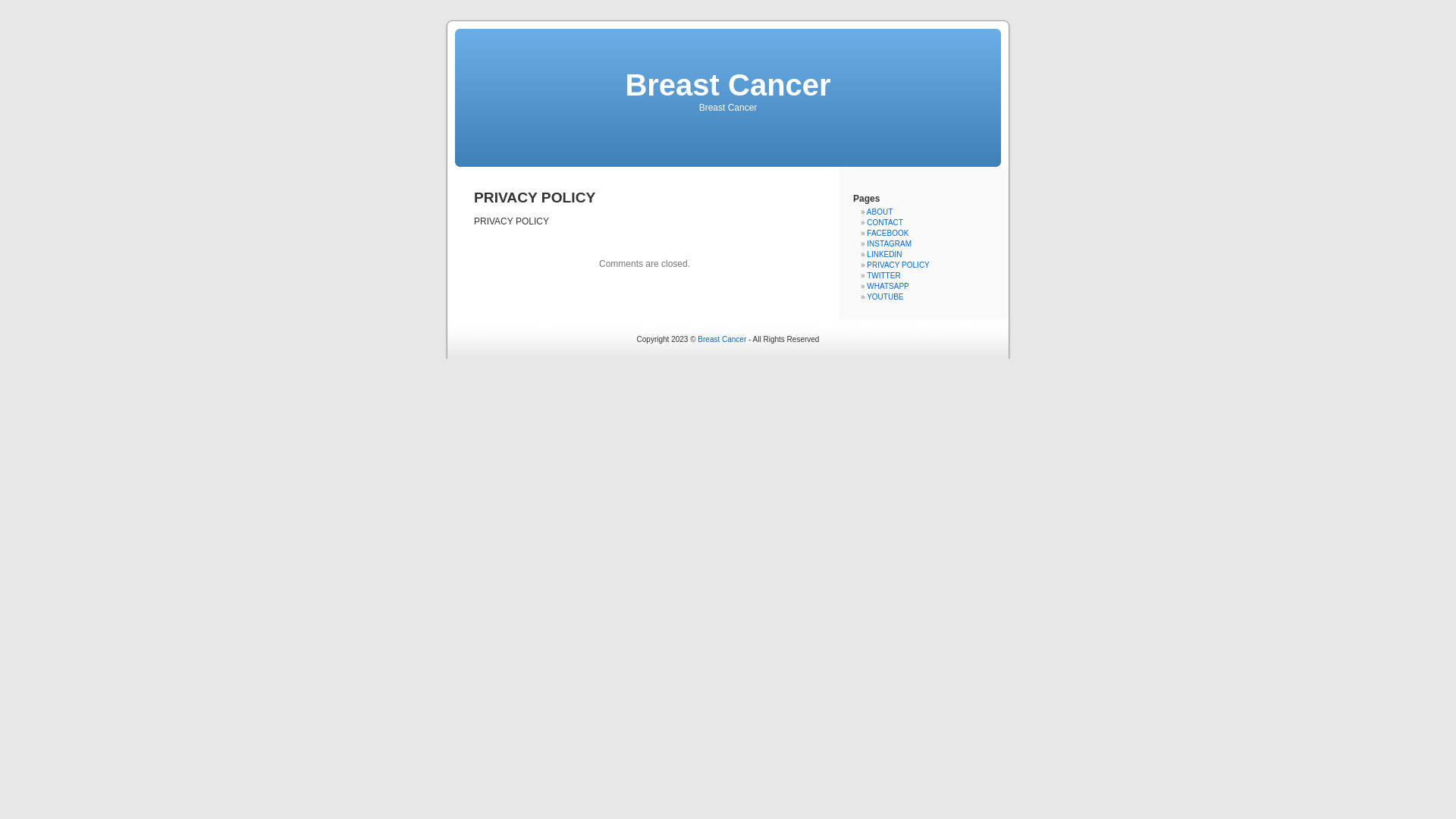 The image size is (1456, 819). I want to click on 'PRIVACY POLICY', so click(898, 264).